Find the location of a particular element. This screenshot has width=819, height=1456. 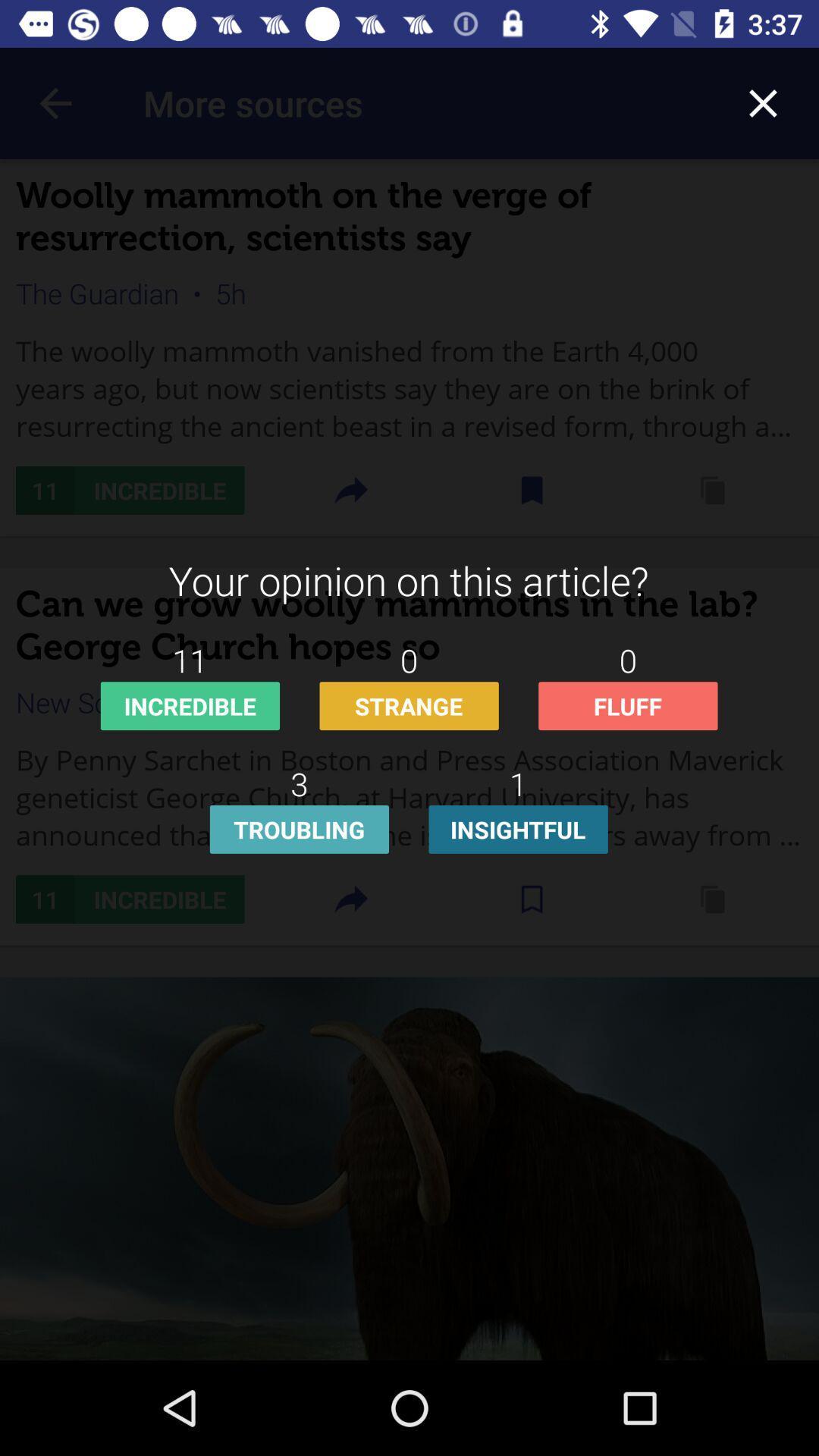

the icon next to the more sources icon is located at coordinates (763, 102).